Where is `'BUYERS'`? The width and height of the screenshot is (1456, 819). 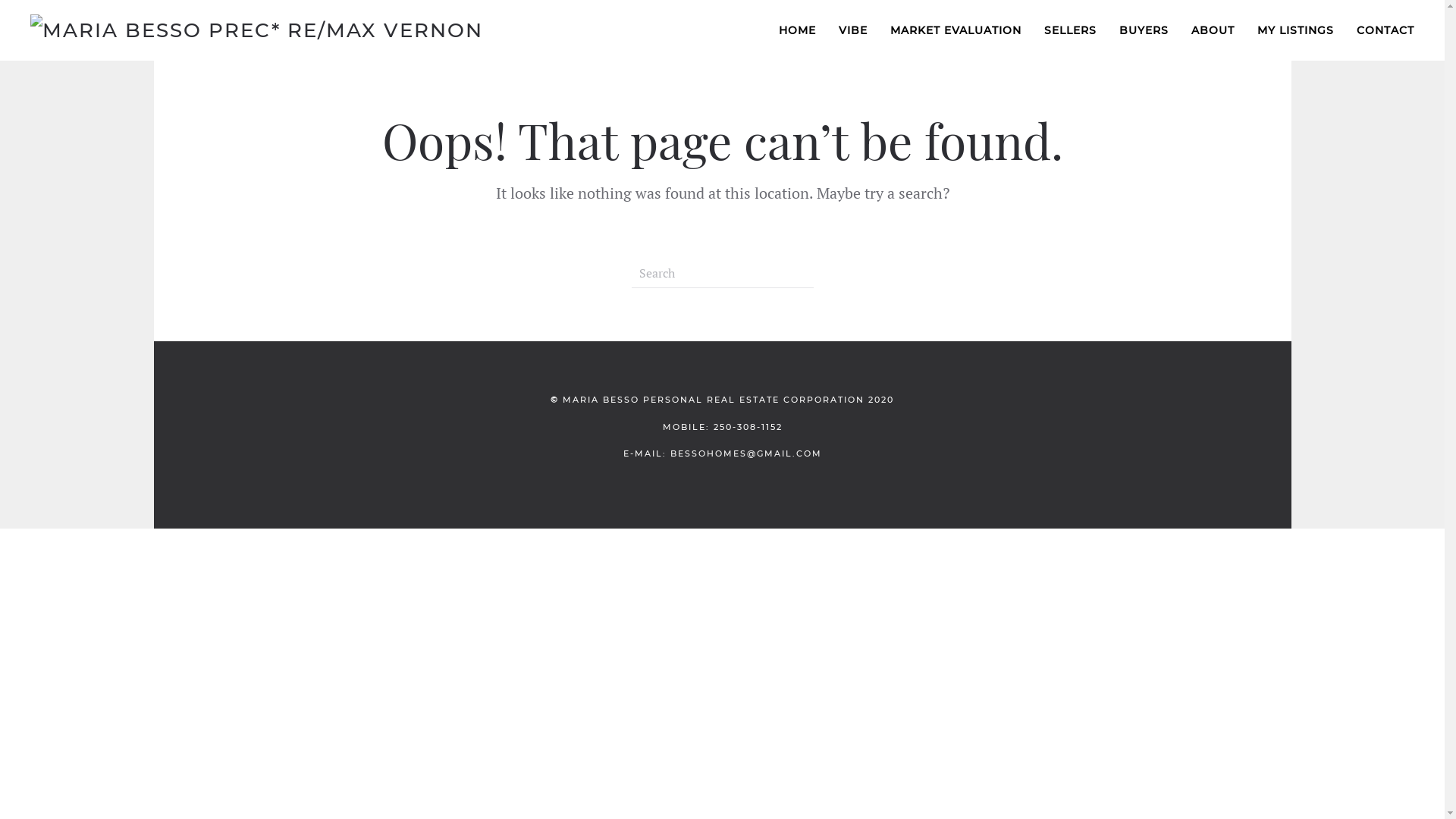
'BUYERS' is located at coordinates (1144, 30).